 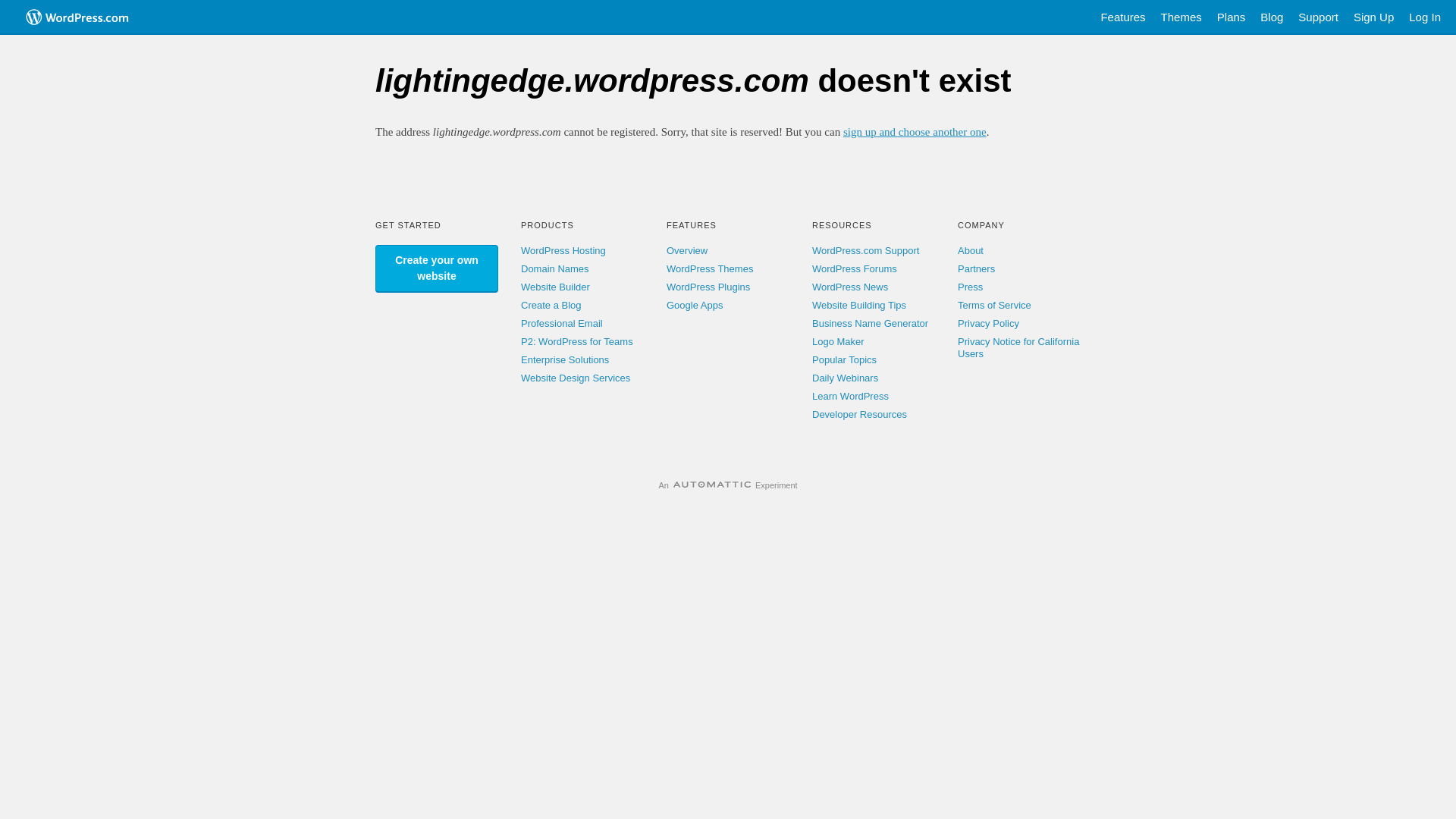 I want to click on 'sign up and choose another one', so click(x=914, y=130).